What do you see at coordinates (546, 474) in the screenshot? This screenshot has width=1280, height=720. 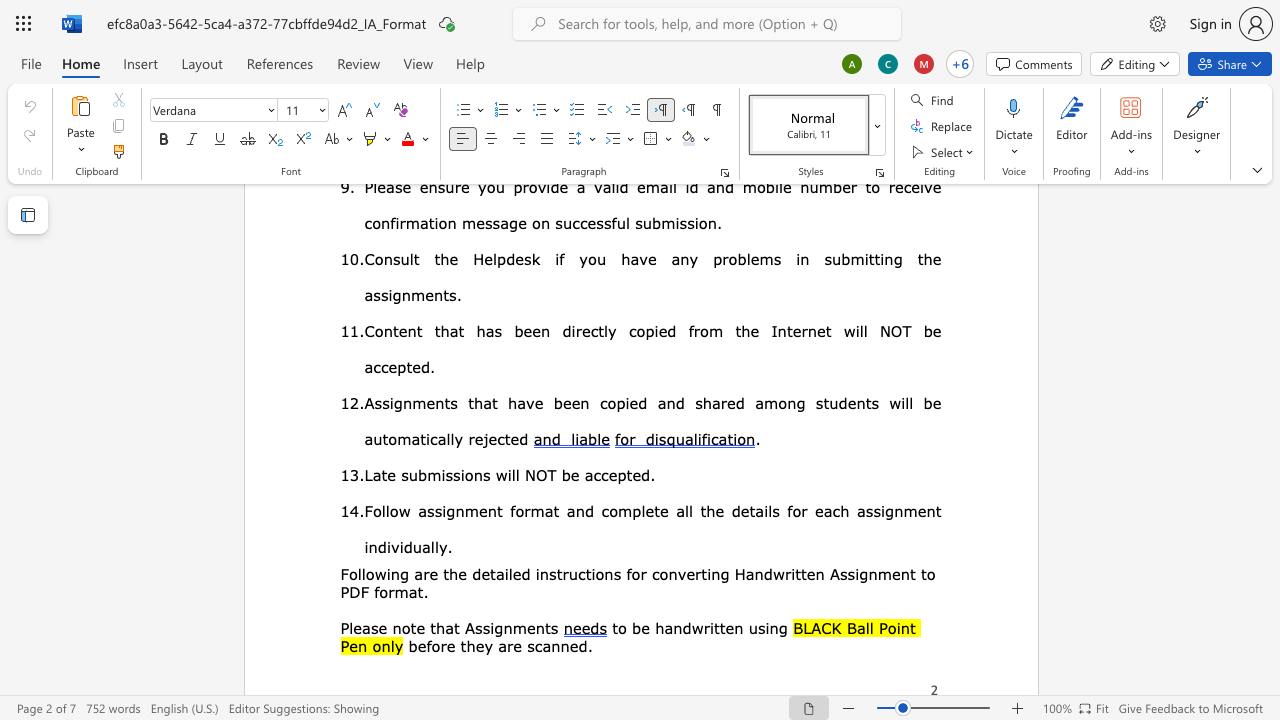 I see `the space between the continuous character "O" and "T" in the text` at bounding box center [546, 474].